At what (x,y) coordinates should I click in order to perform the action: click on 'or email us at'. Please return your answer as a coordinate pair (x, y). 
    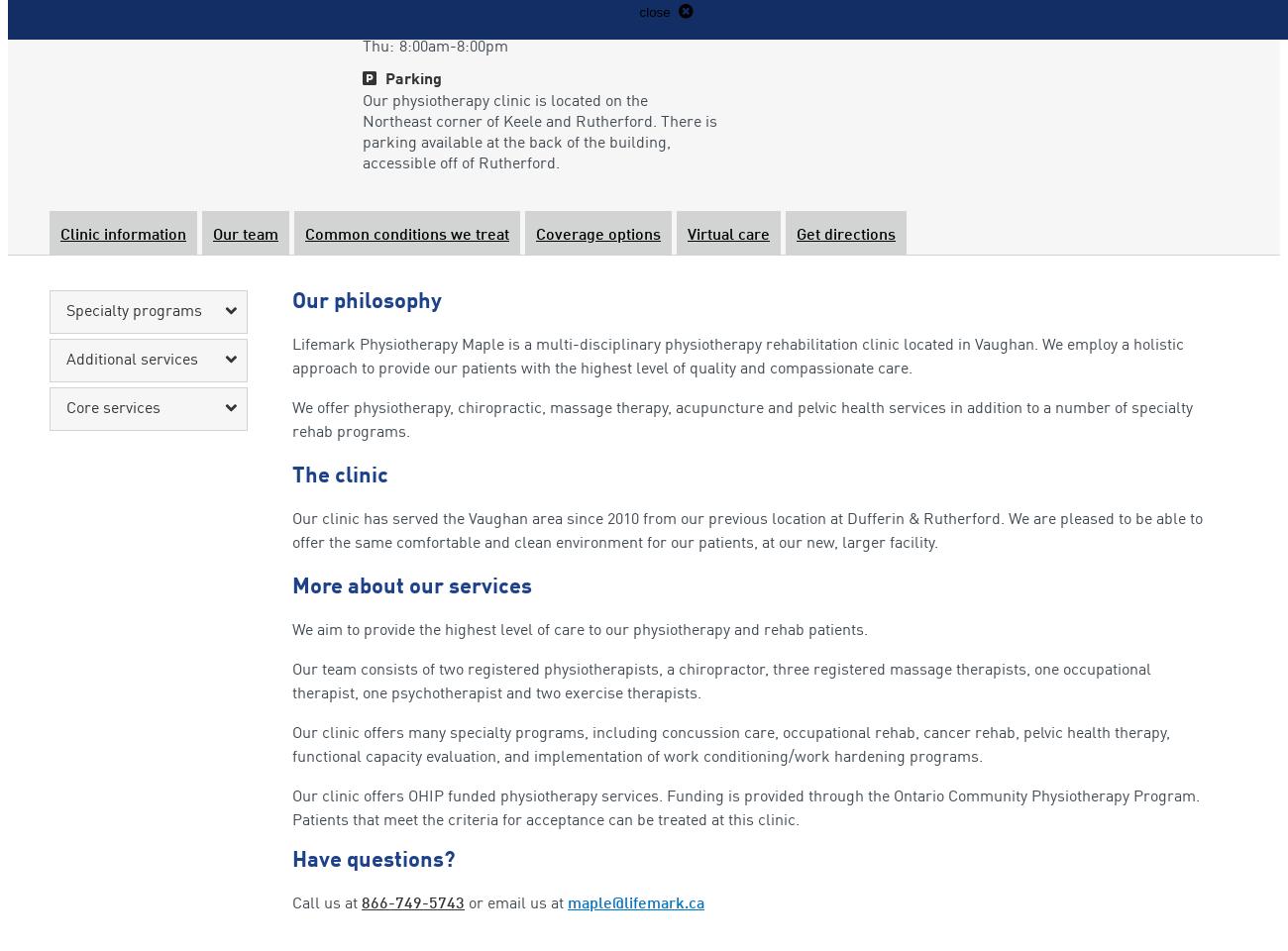
    Looking at the image, I should click on (516, 903).